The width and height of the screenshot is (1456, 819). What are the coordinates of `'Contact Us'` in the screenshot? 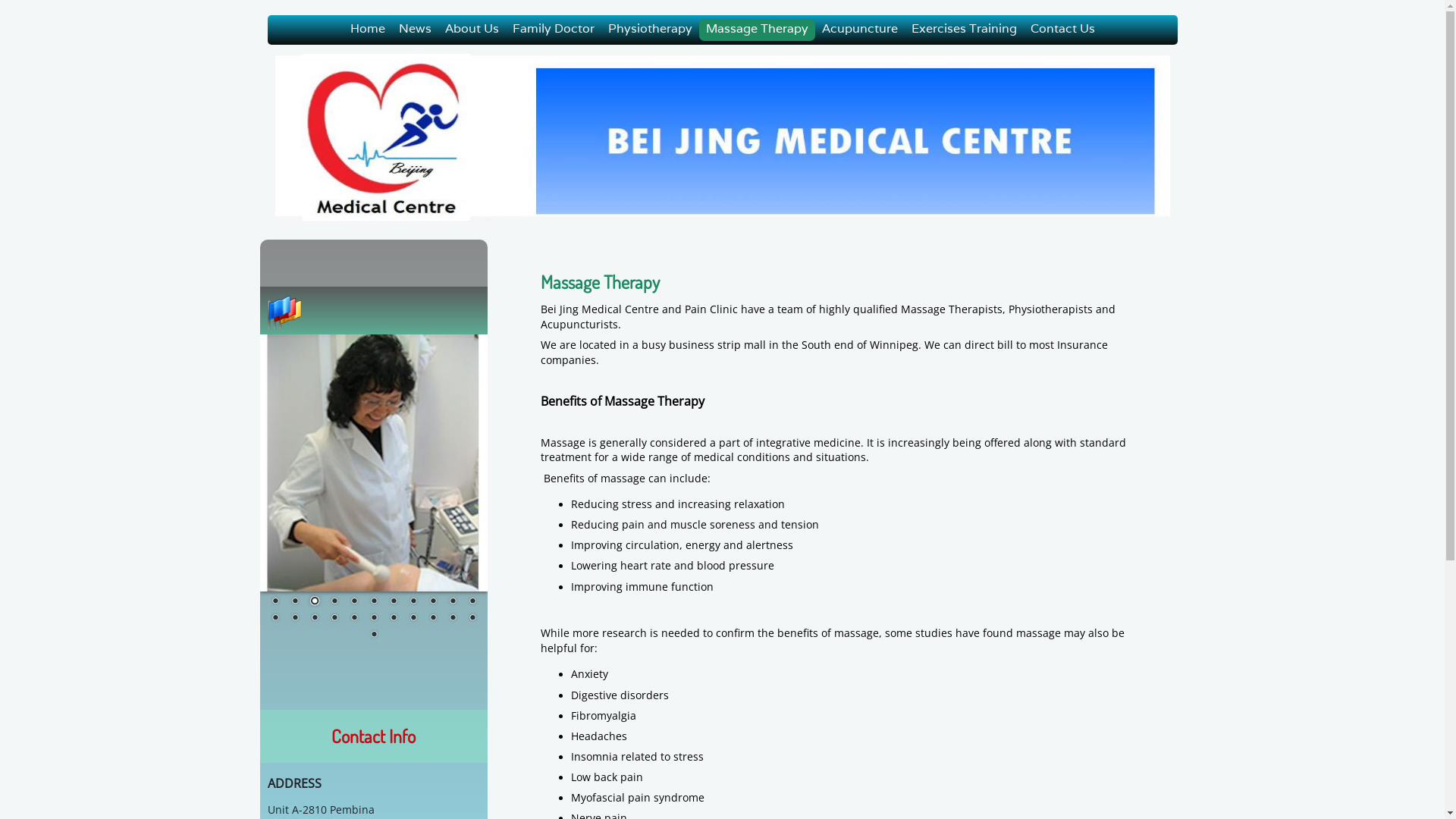 It's located at (1023, 30).